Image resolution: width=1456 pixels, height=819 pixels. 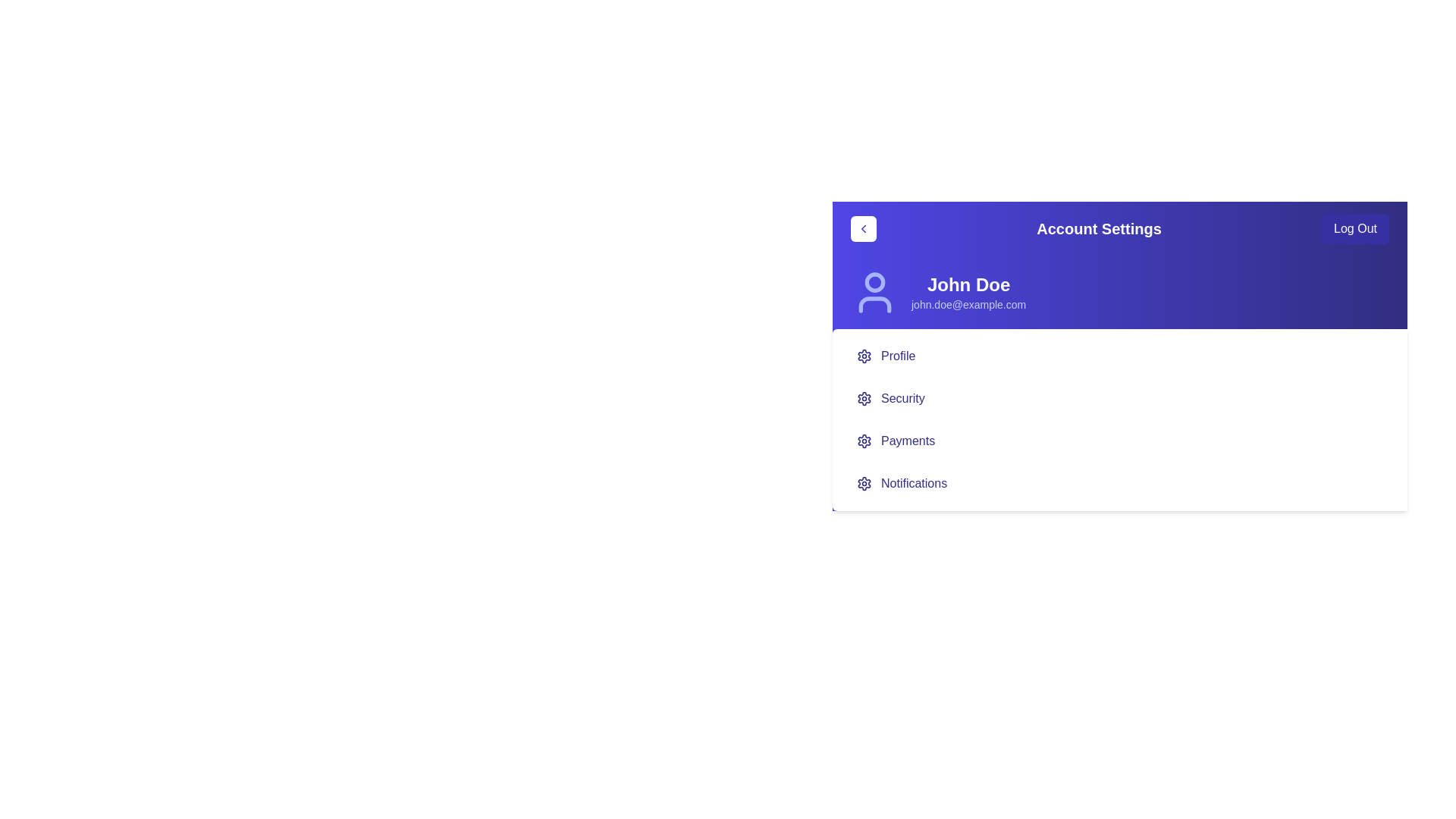 I want to click on the settings icon associated with the 'Profile' entry, which is the first icon on the left of the 'Profile' label in the vertical menu list, so click(x=864, y=356).